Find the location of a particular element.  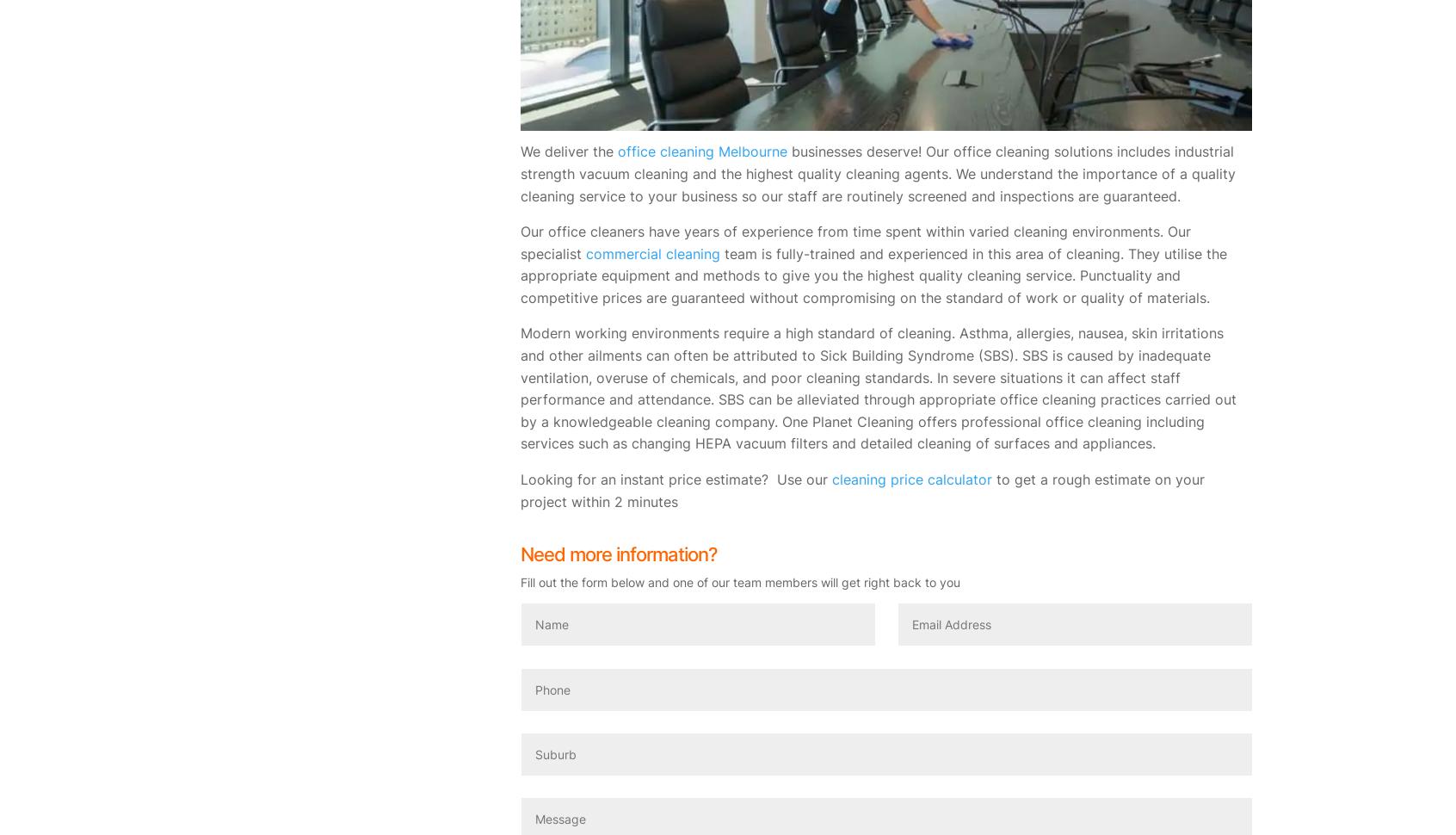

'Fill out the form below and one of our team members will get right back to you' is located at coordinates (739, 580).